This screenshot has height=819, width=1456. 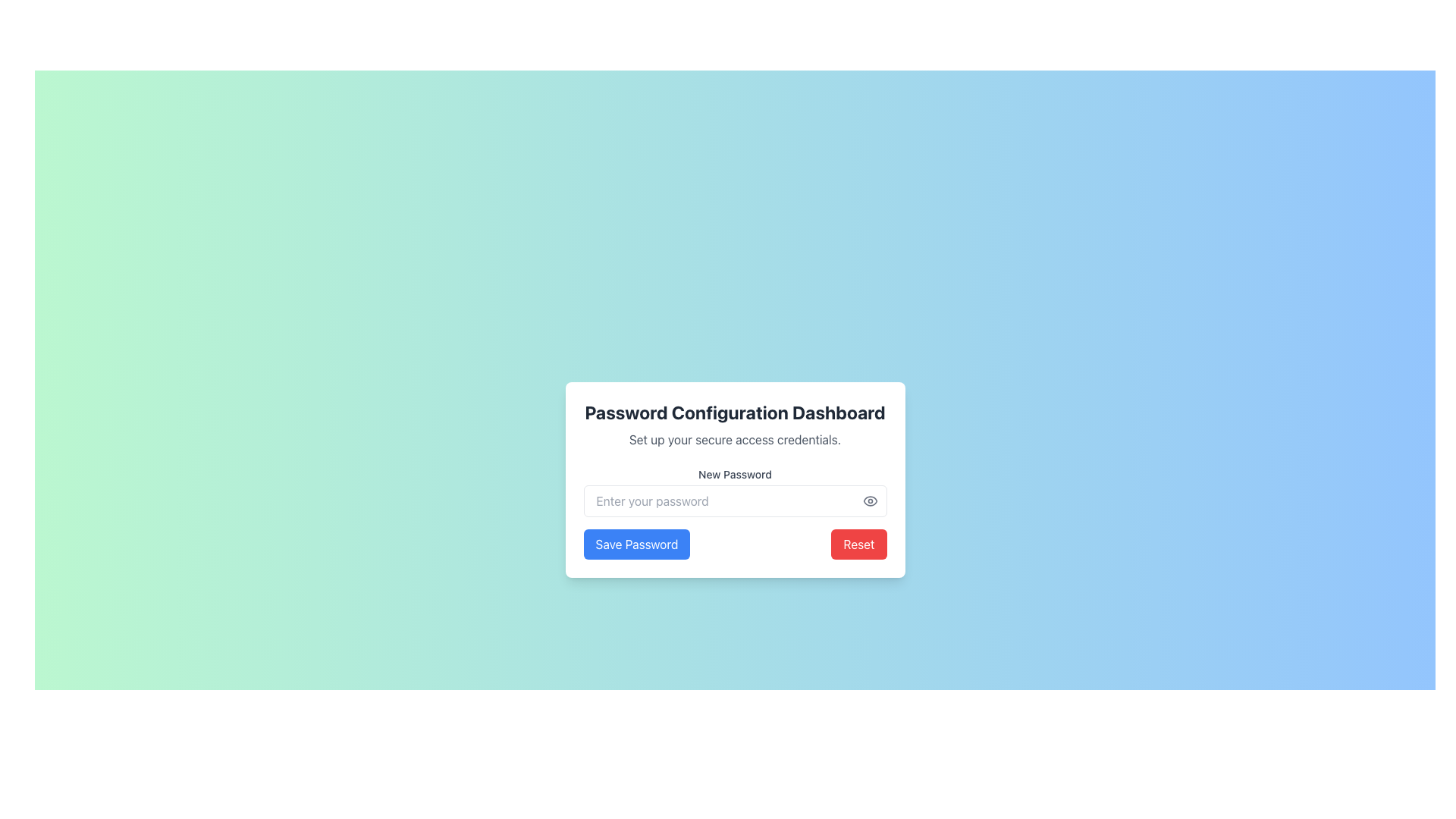 I want to click on the 'Reset' button with a red background and white text in the modal interface for accessibility navigation, so click(x=858, y=543).